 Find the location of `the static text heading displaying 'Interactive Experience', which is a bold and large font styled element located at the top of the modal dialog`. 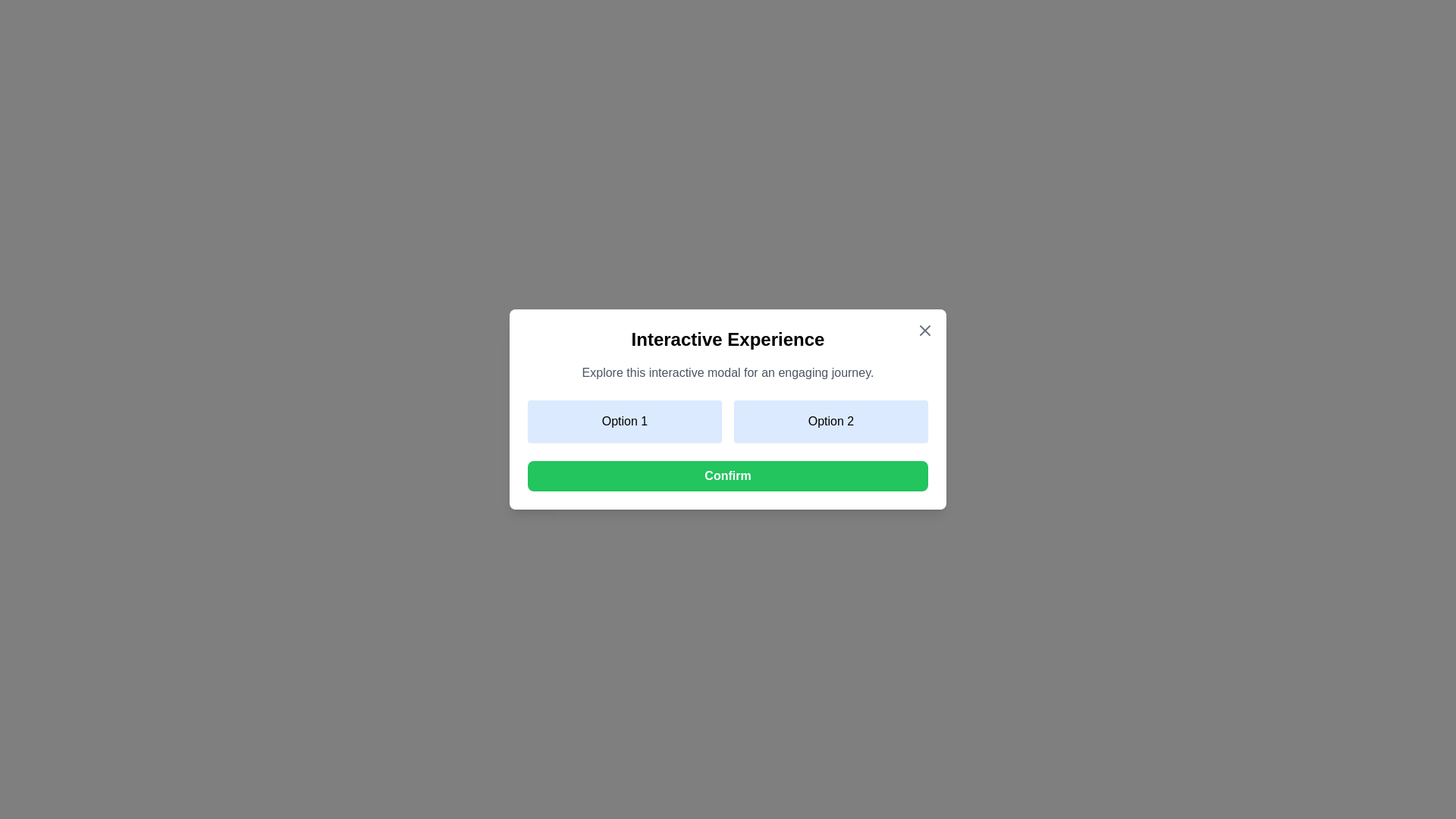

the static text heading displaying 'Interactive Experience', which is a bold and large font styled element located at the top of the modal dialog is located at coordinates (728, 338).